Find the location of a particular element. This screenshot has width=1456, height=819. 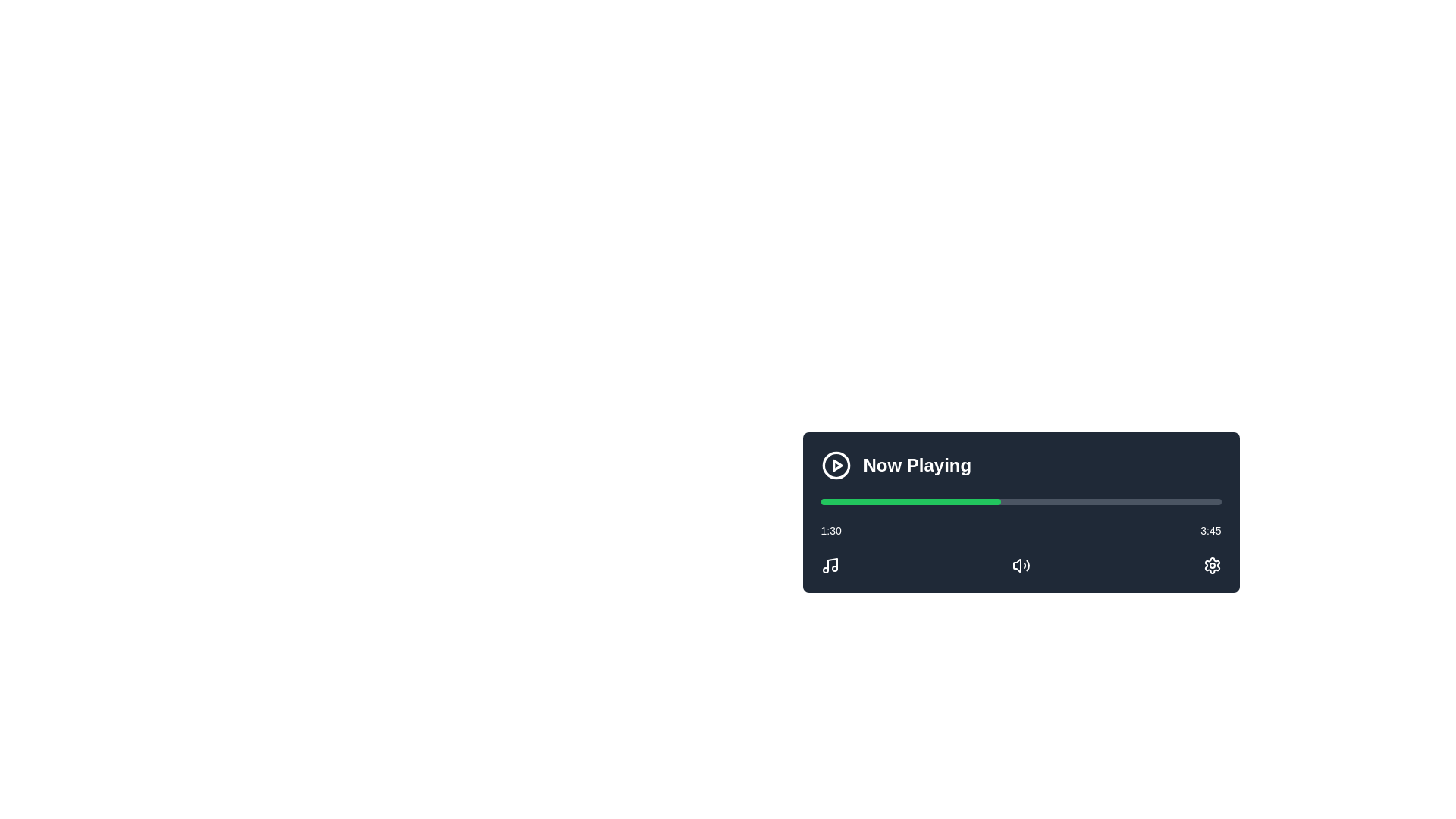

the speaker icon in the media player interface is located at coordinates (1016, 565).